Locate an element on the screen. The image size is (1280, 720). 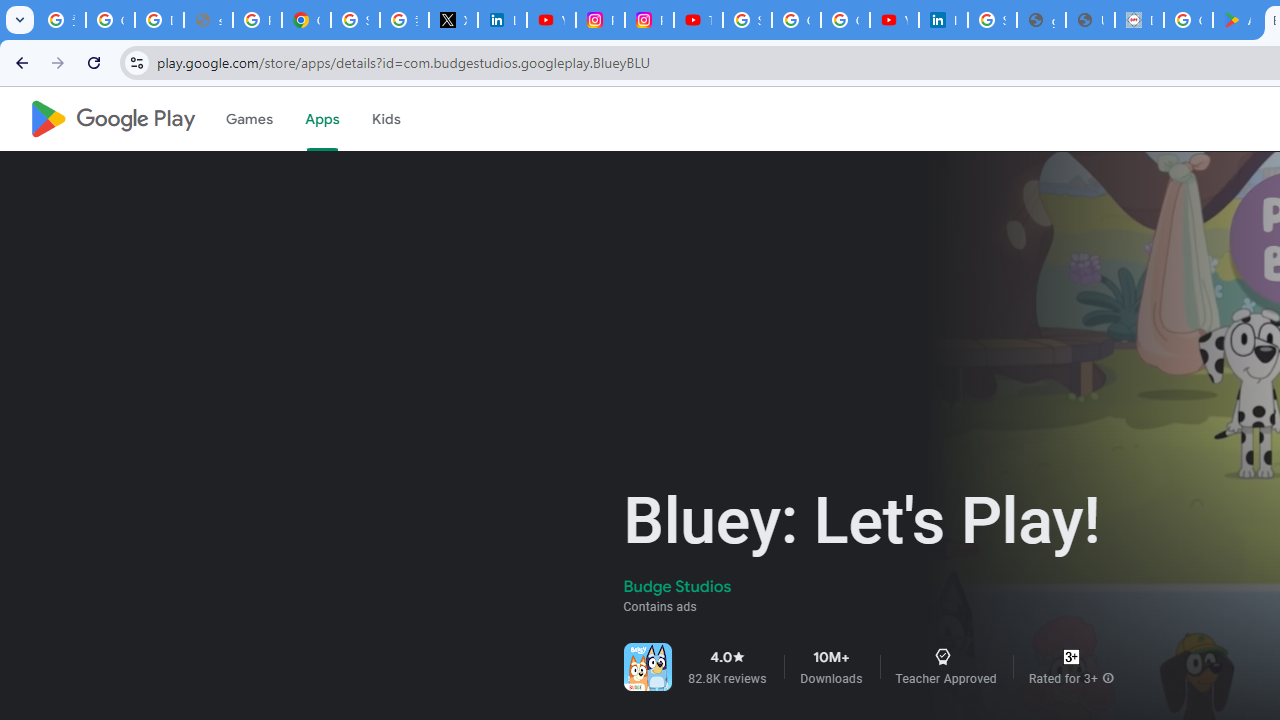
'Data Privacy Framework' is located at coordinates (1139, 20).